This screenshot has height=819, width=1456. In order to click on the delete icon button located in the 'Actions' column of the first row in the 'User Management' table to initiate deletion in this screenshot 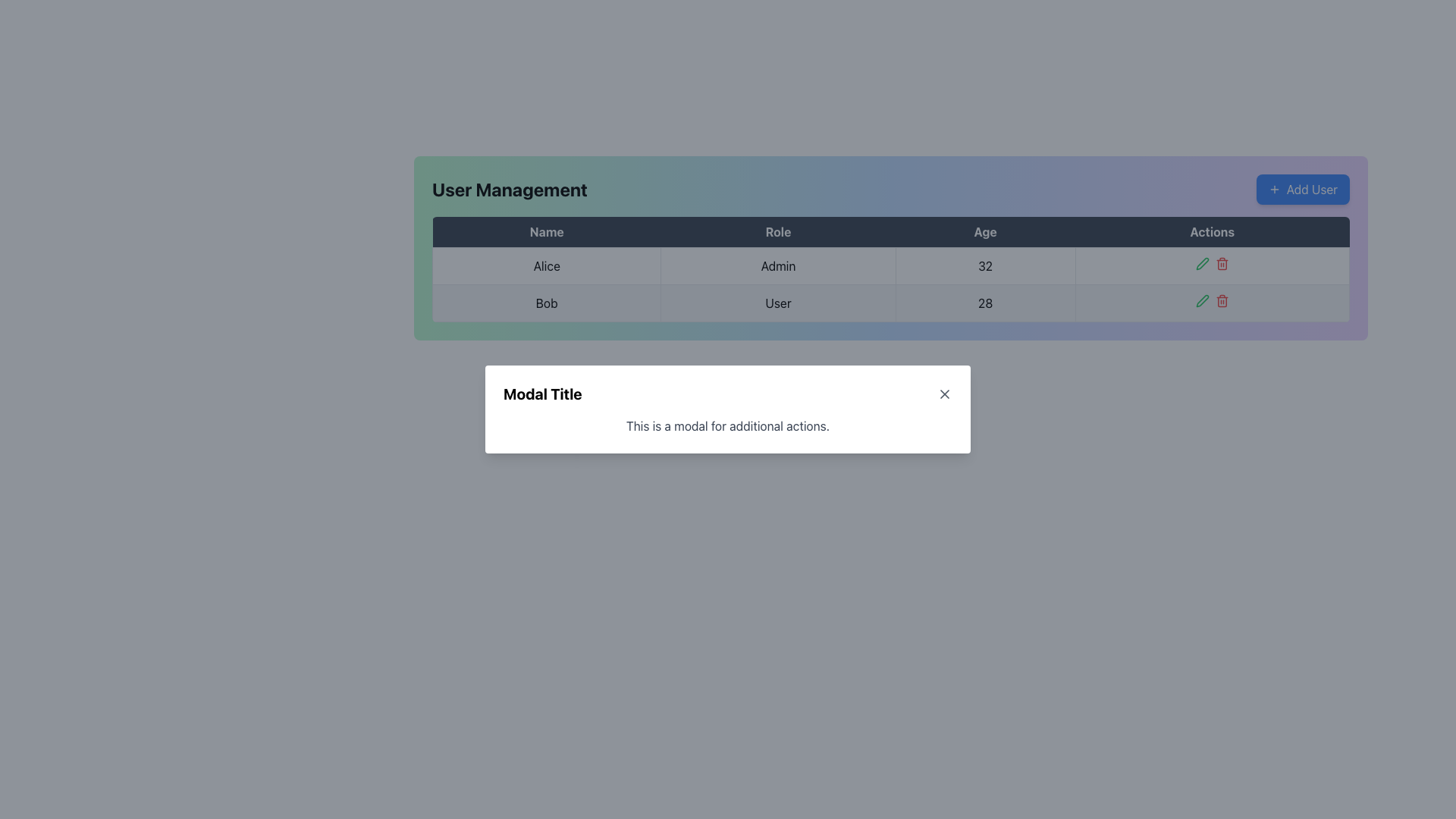, I will do `click(1222, 262)`.